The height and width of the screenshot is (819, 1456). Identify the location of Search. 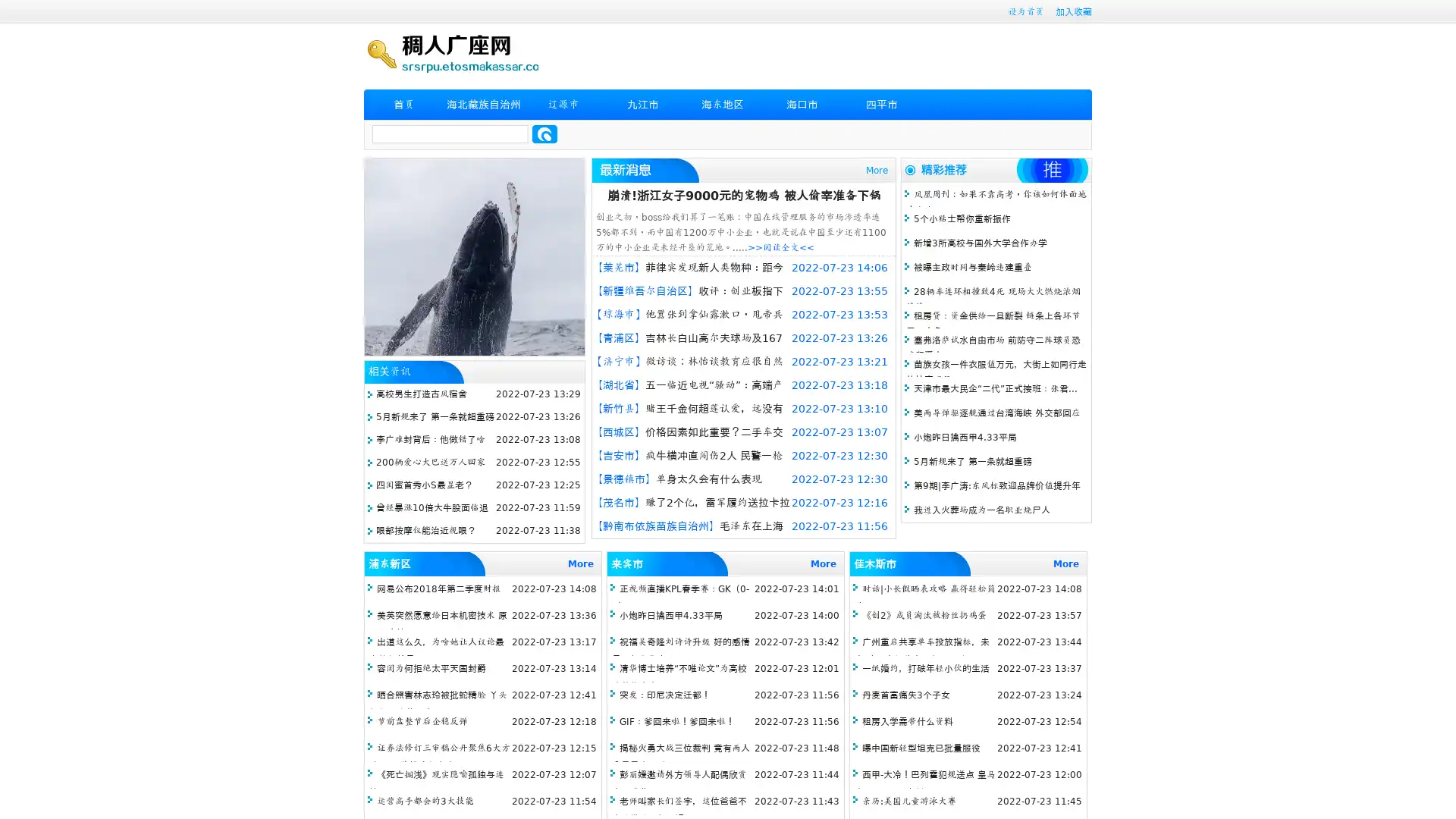
(544, 133).